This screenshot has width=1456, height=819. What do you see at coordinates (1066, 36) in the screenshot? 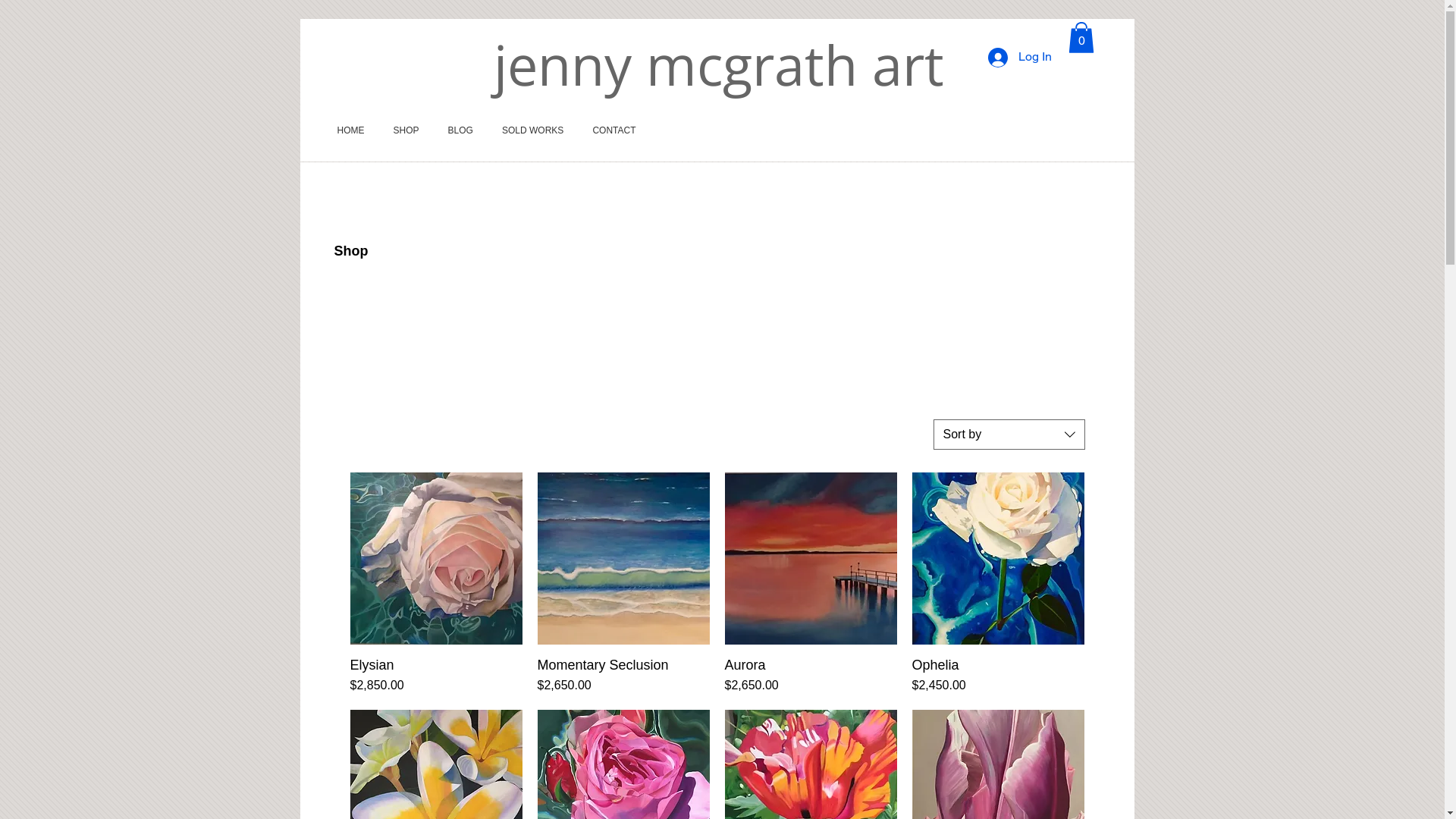
I see `'0'` at bounding box center [1066, 36].